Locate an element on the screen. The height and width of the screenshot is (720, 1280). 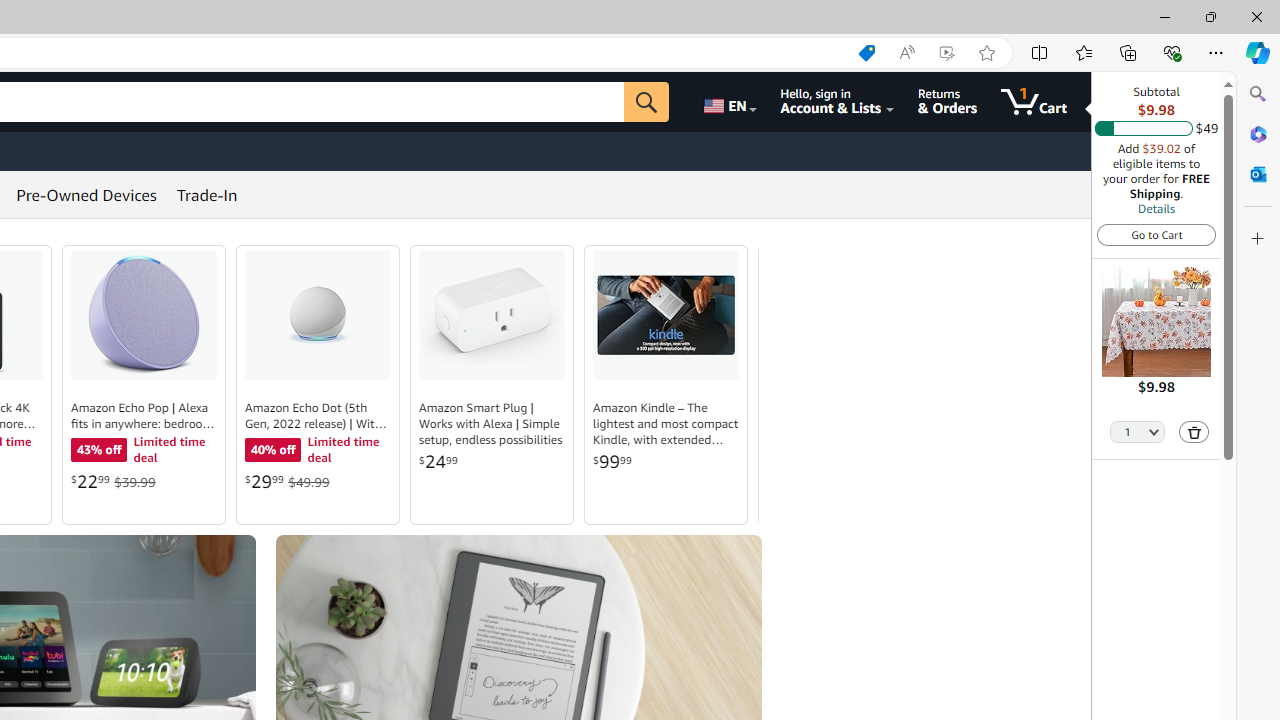
'Outlook' is located at coordinates (1257, 173).